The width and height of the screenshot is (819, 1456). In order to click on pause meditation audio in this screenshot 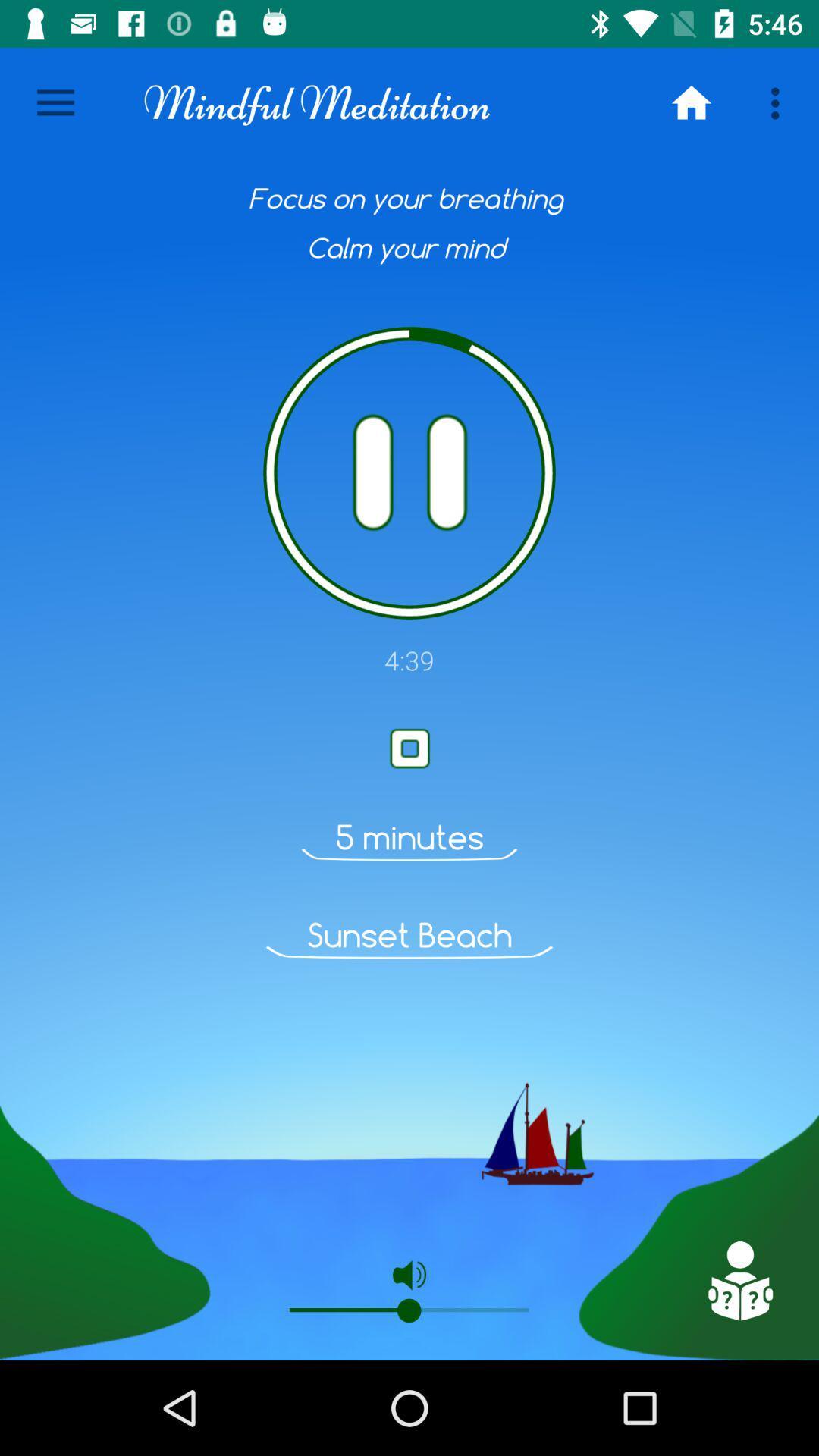, I will do `click(409, 472)`.